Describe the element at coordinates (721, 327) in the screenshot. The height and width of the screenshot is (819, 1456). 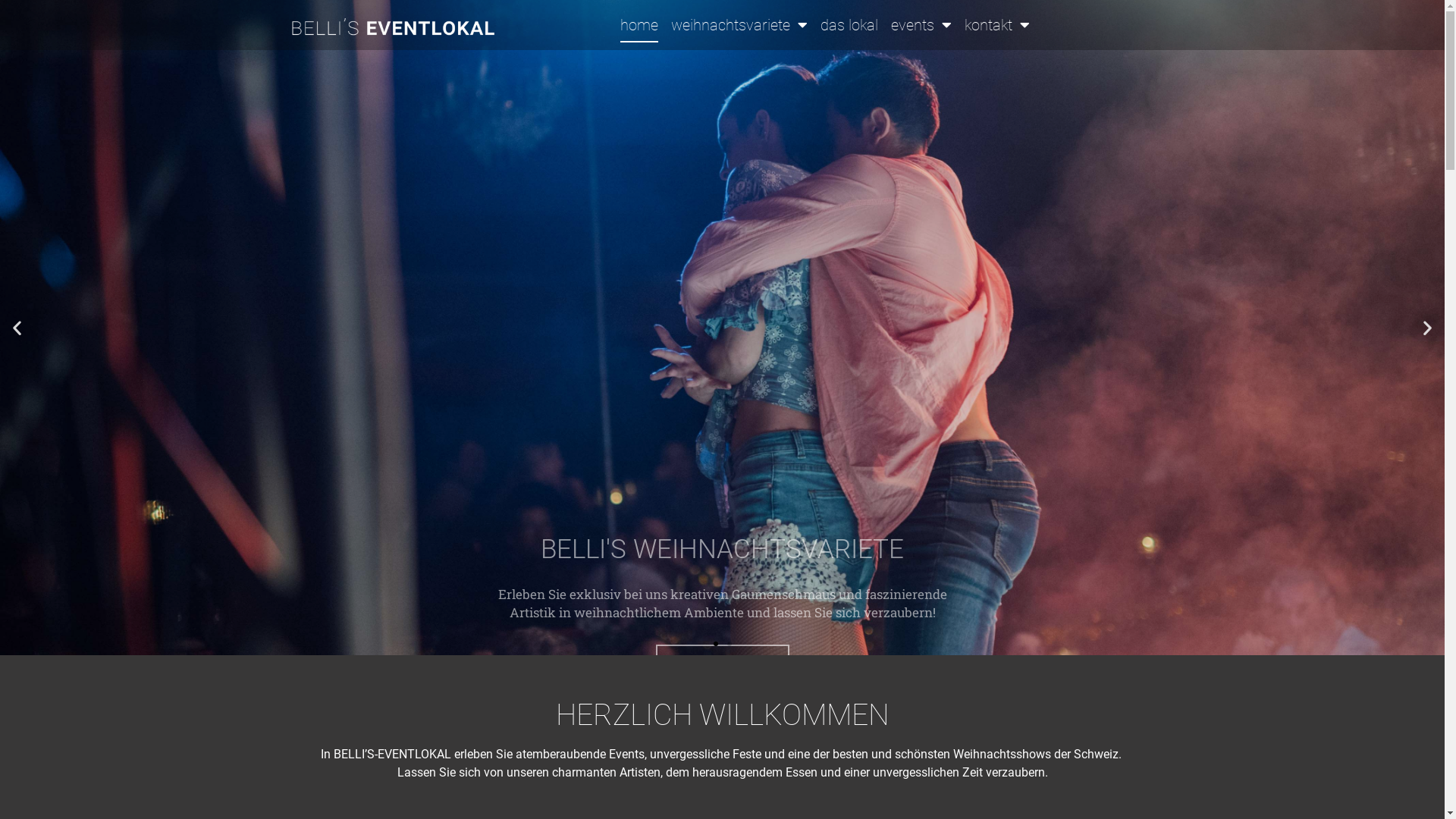
I see `'BELLI'S WEIHNACHTSVARIETE'` at that location.